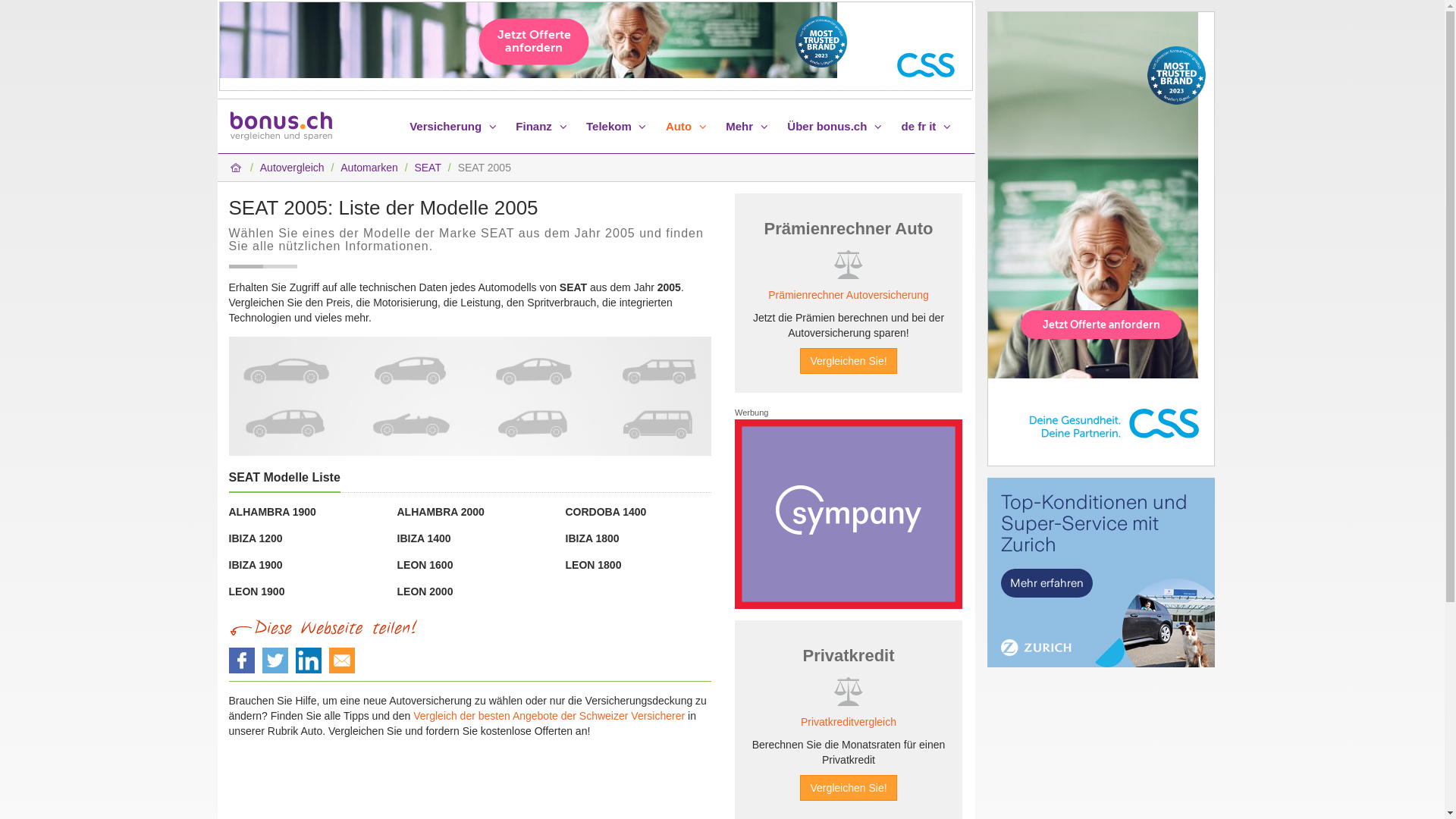 The height and width of the screenshot is (819, 1456). I want to click on 'Mehr', so click(748, 125).